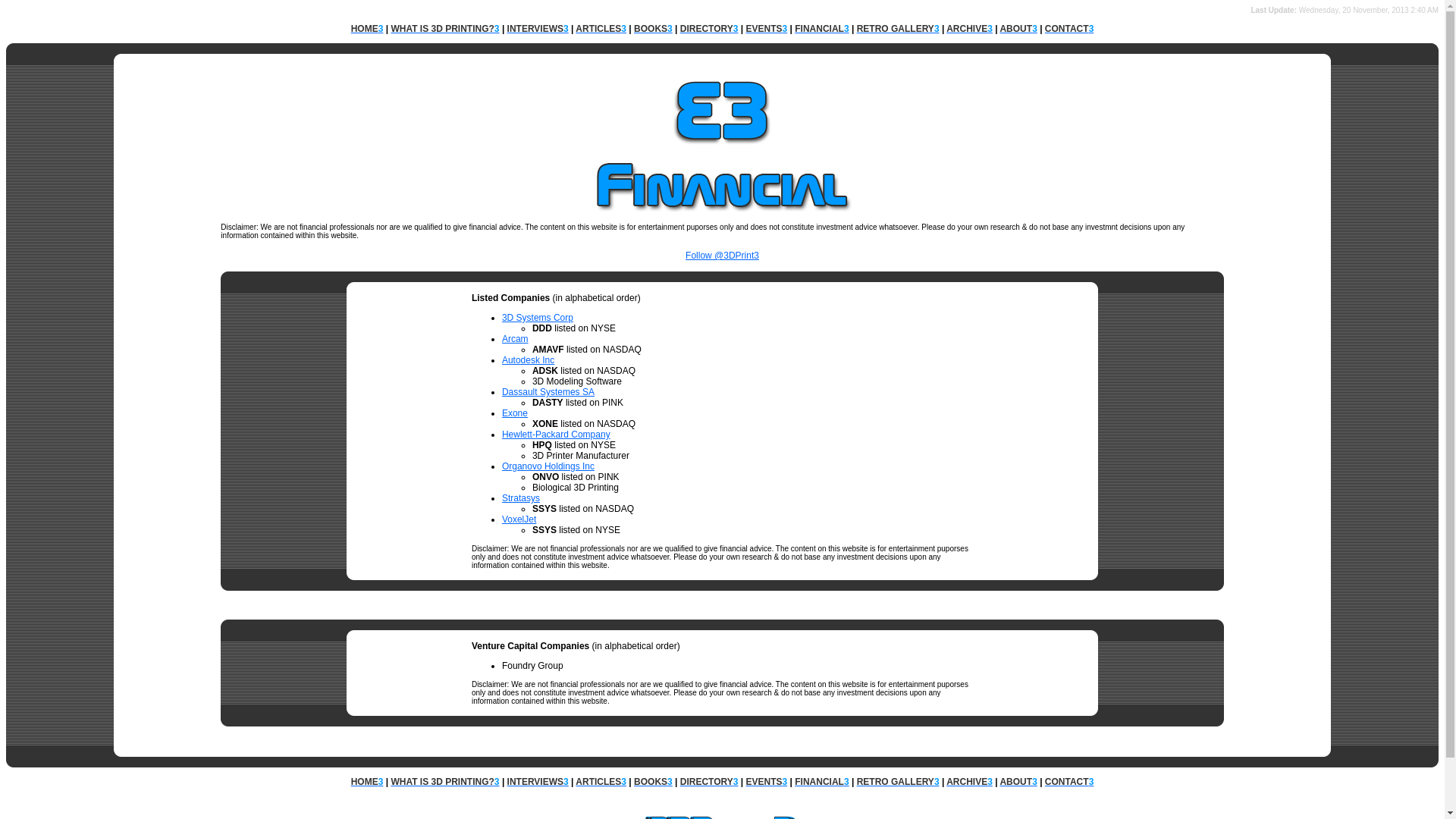 This screenshot has height=819, width=1456. Describe the element at coordinates (767, 781) in the screenshot. I see `'EVENTS3'` at that location.